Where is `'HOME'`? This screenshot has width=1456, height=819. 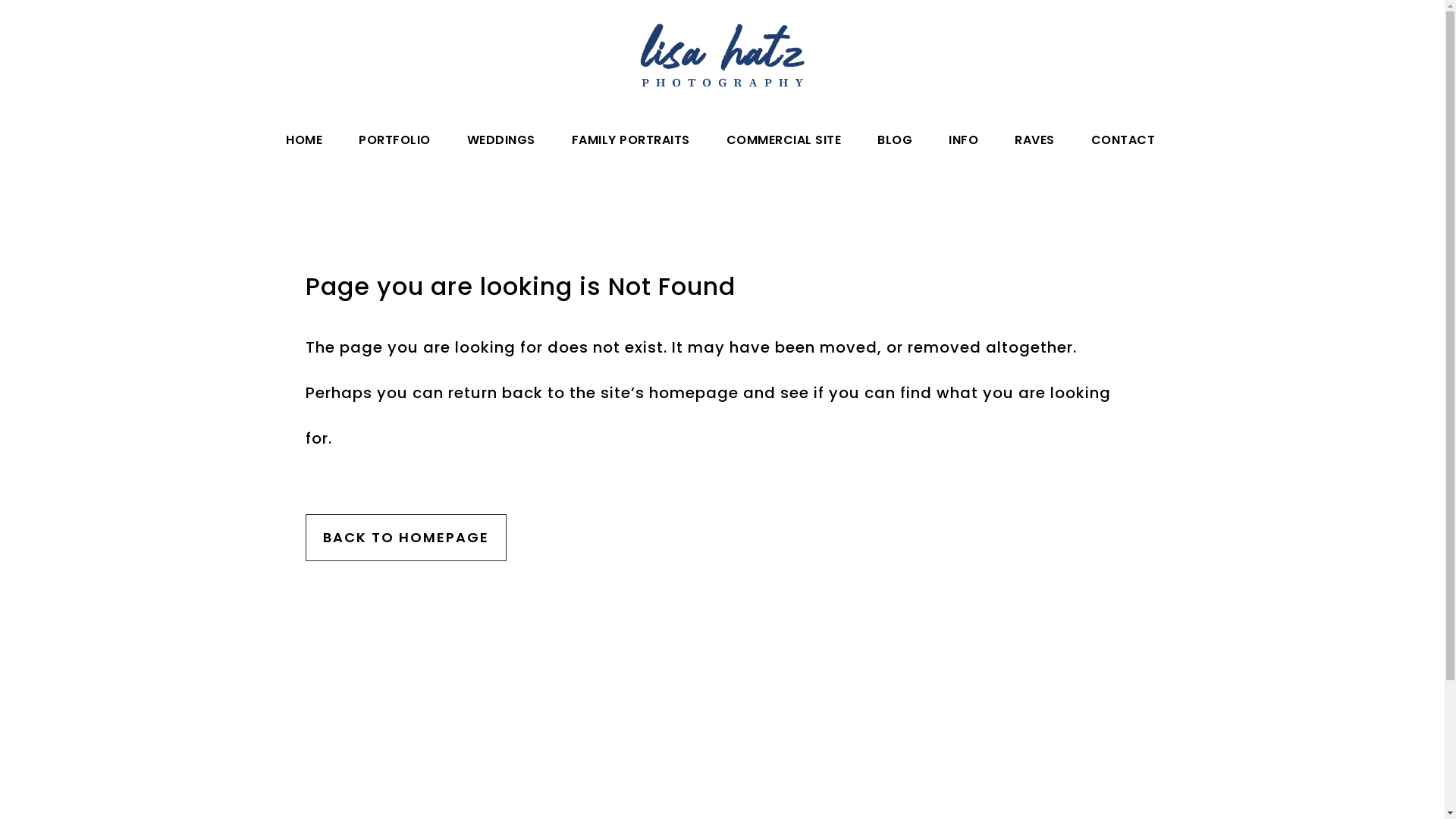
'HOME' is located at coordinates (303, 140).